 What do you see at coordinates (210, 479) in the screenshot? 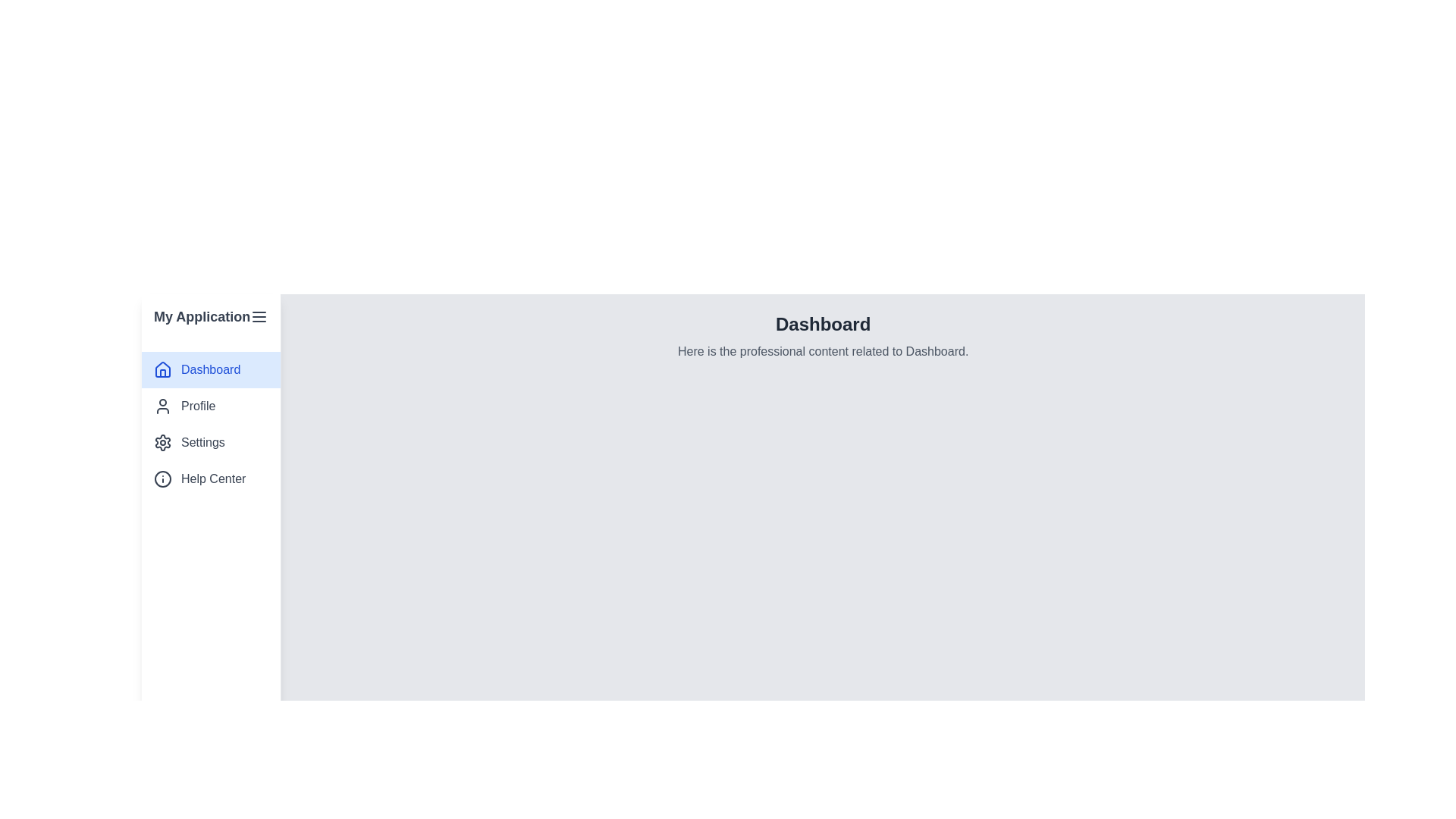
I see `the 'Help Center' sidebar menu item, which features an information icon and prominent text, located at the bottom of the sidebar menu` at bounding box center [210, 479].